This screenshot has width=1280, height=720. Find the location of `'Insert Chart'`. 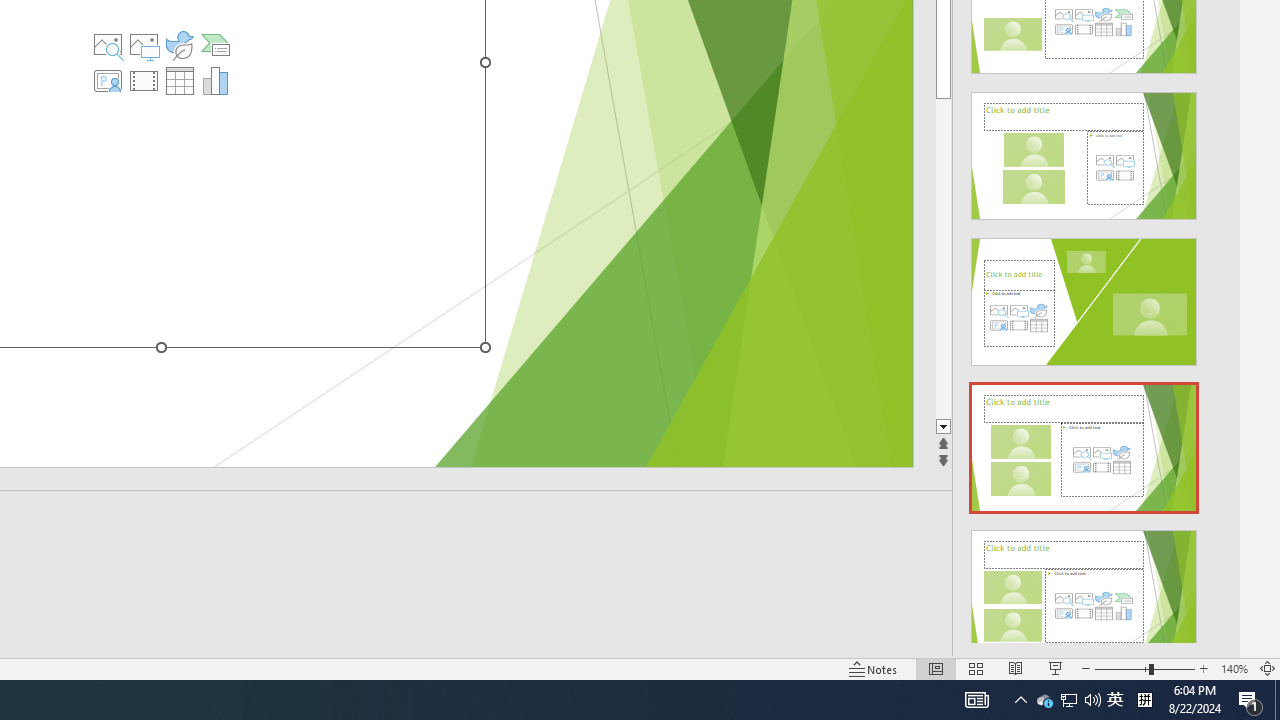

'Insert Chart' is located at coordinates (215, 80).